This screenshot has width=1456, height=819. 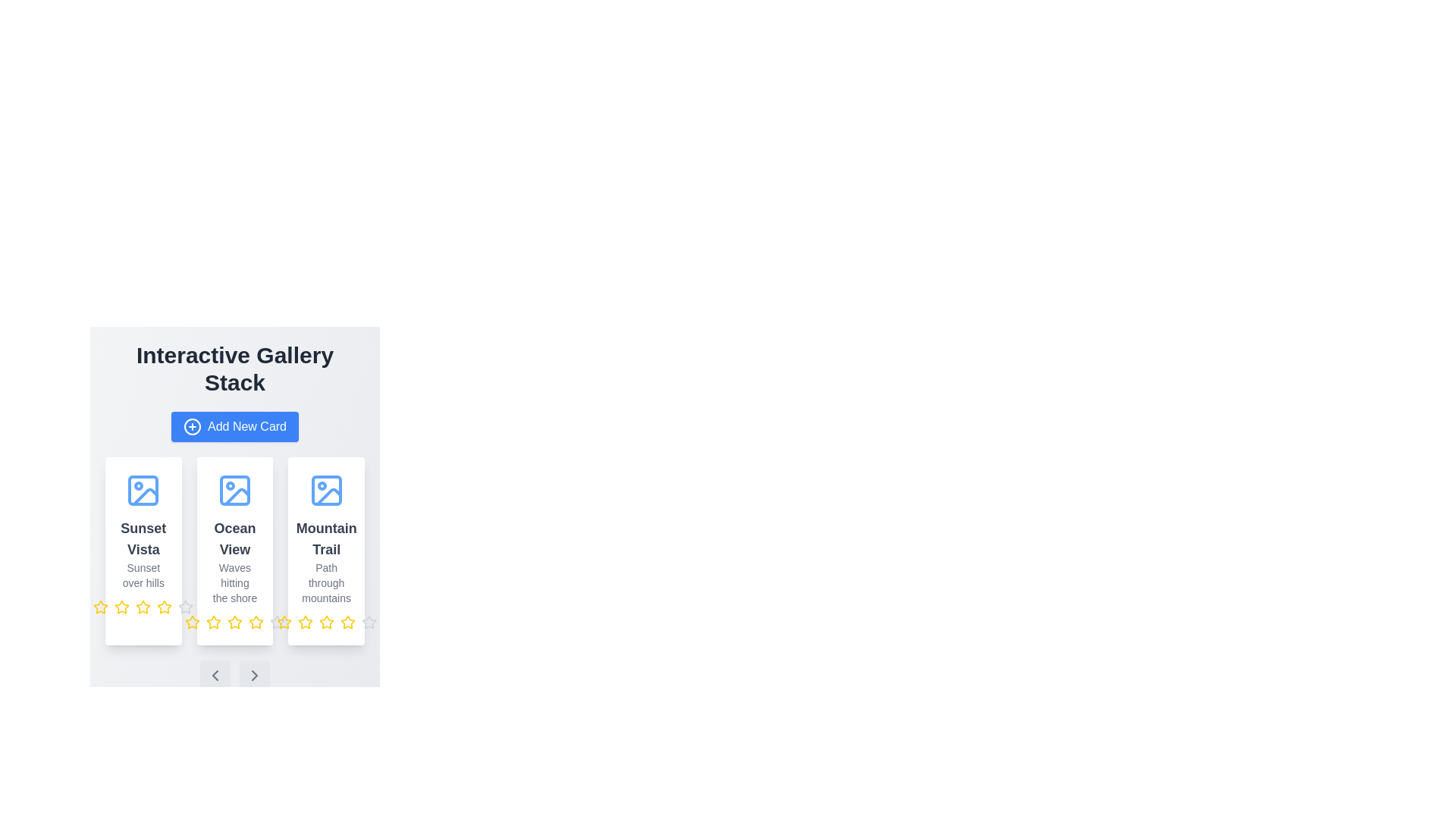 I want to click on the second star in the rating system beneath the 'Ocean View' card, so click(x=213, y=622).